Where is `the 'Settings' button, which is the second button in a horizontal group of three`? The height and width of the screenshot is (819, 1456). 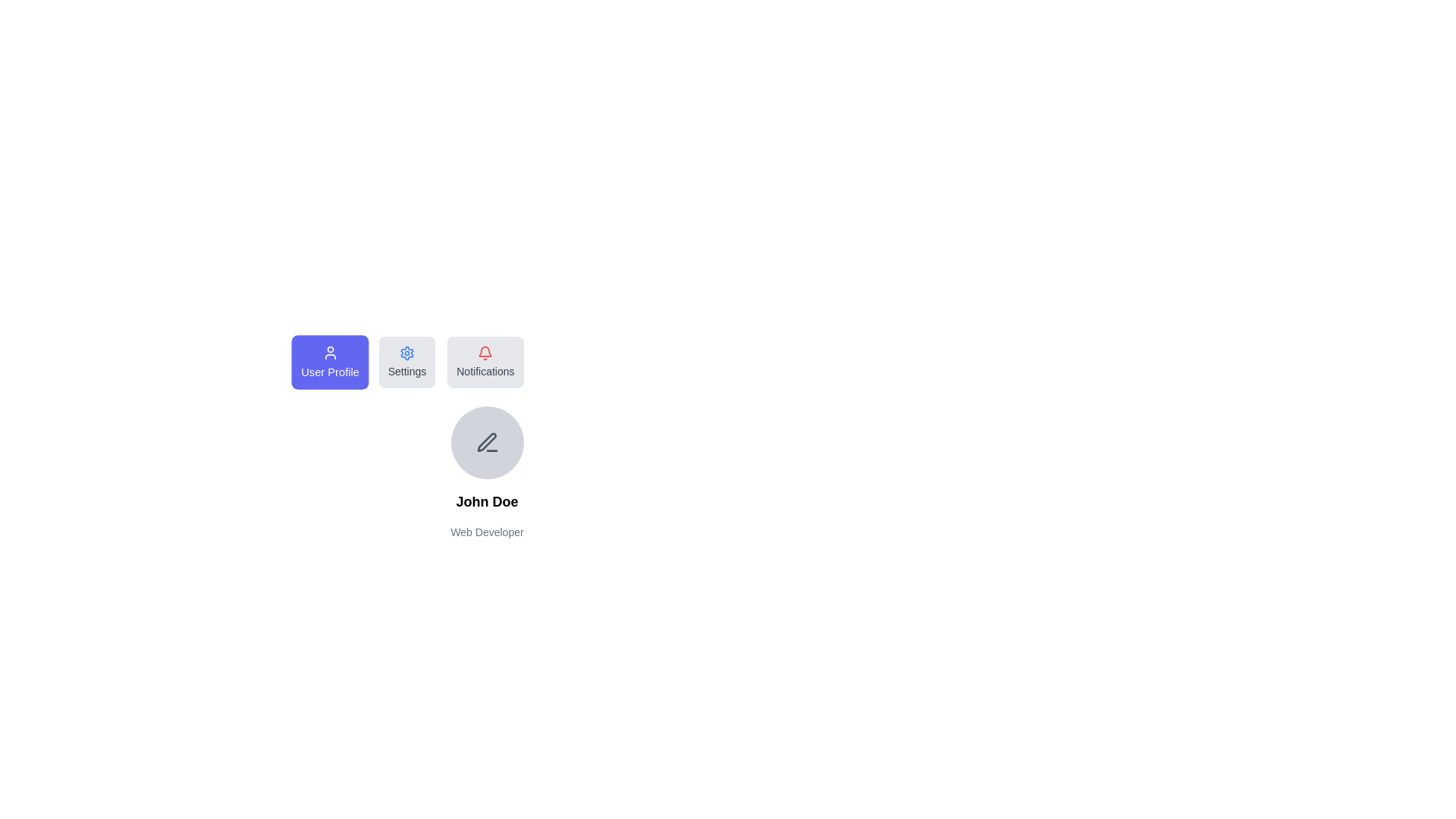 the 'Settings' button, which is the second button in a horizontal group of three is located at coordinates (407, 362).